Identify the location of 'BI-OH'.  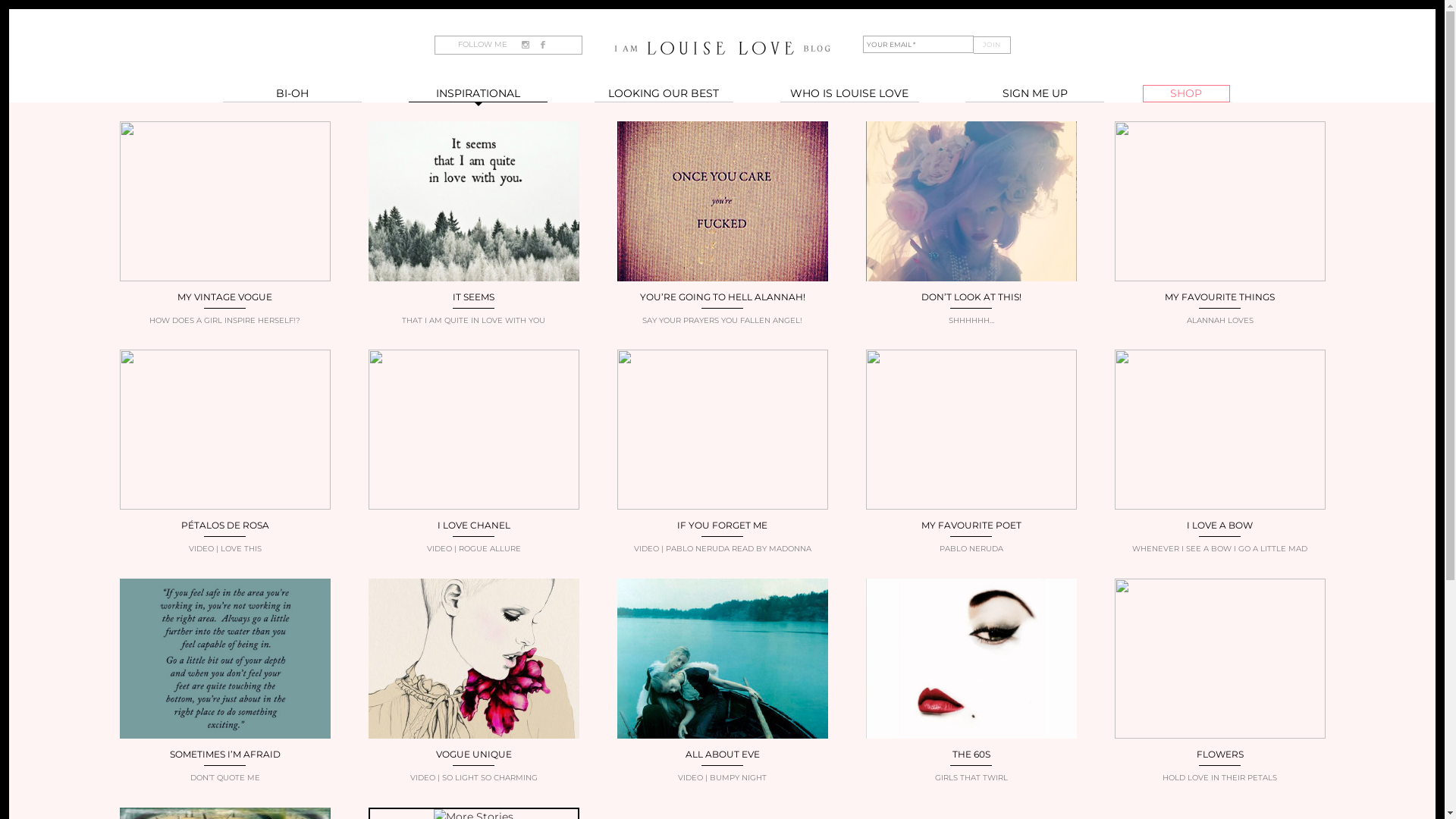
(292, 93).